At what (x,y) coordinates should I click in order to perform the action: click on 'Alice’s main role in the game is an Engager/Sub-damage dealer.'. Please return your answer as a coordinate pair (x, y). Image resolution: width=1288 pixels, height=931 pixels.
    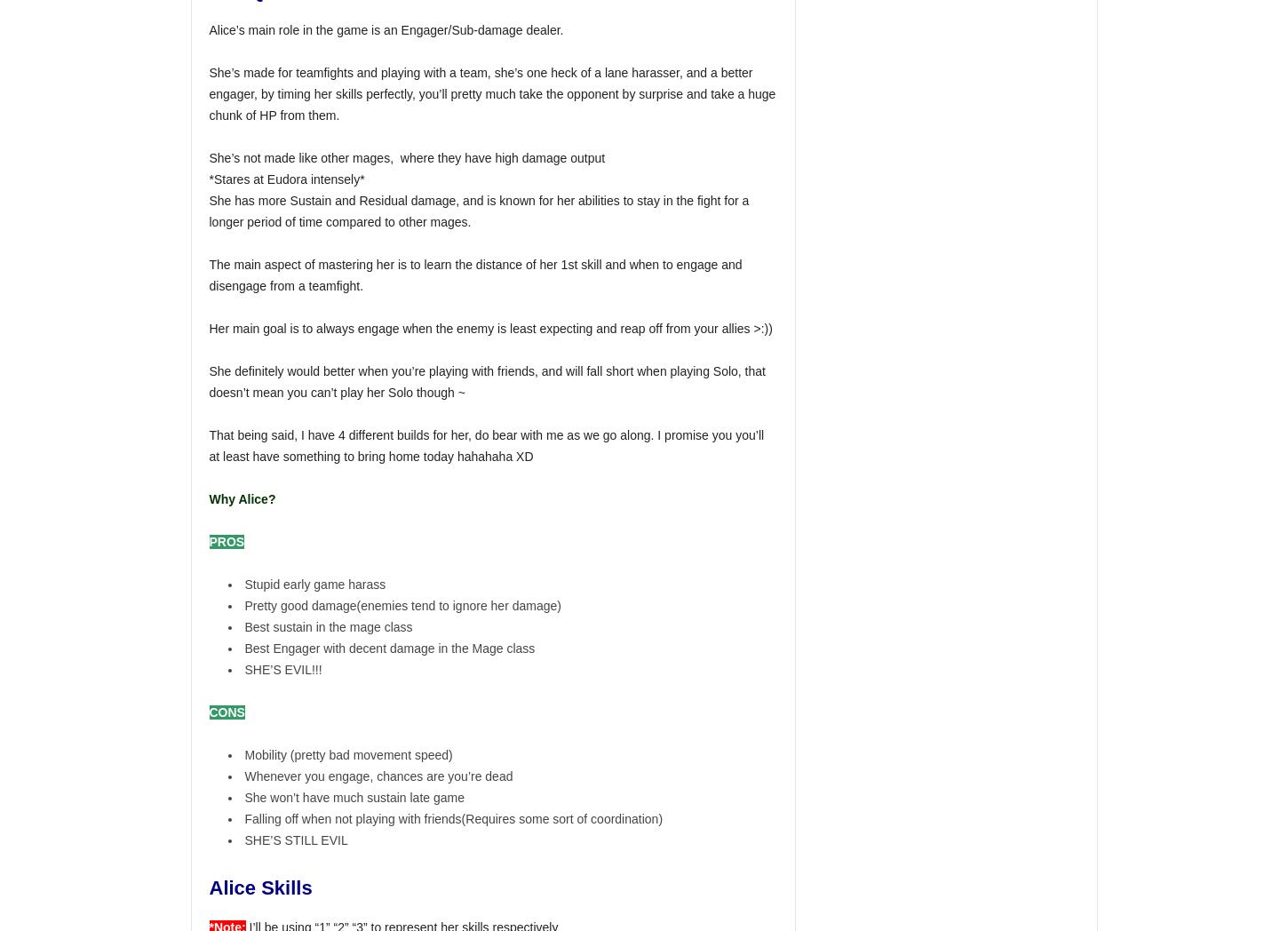
    Looking at the image, I should click on (385, 28).